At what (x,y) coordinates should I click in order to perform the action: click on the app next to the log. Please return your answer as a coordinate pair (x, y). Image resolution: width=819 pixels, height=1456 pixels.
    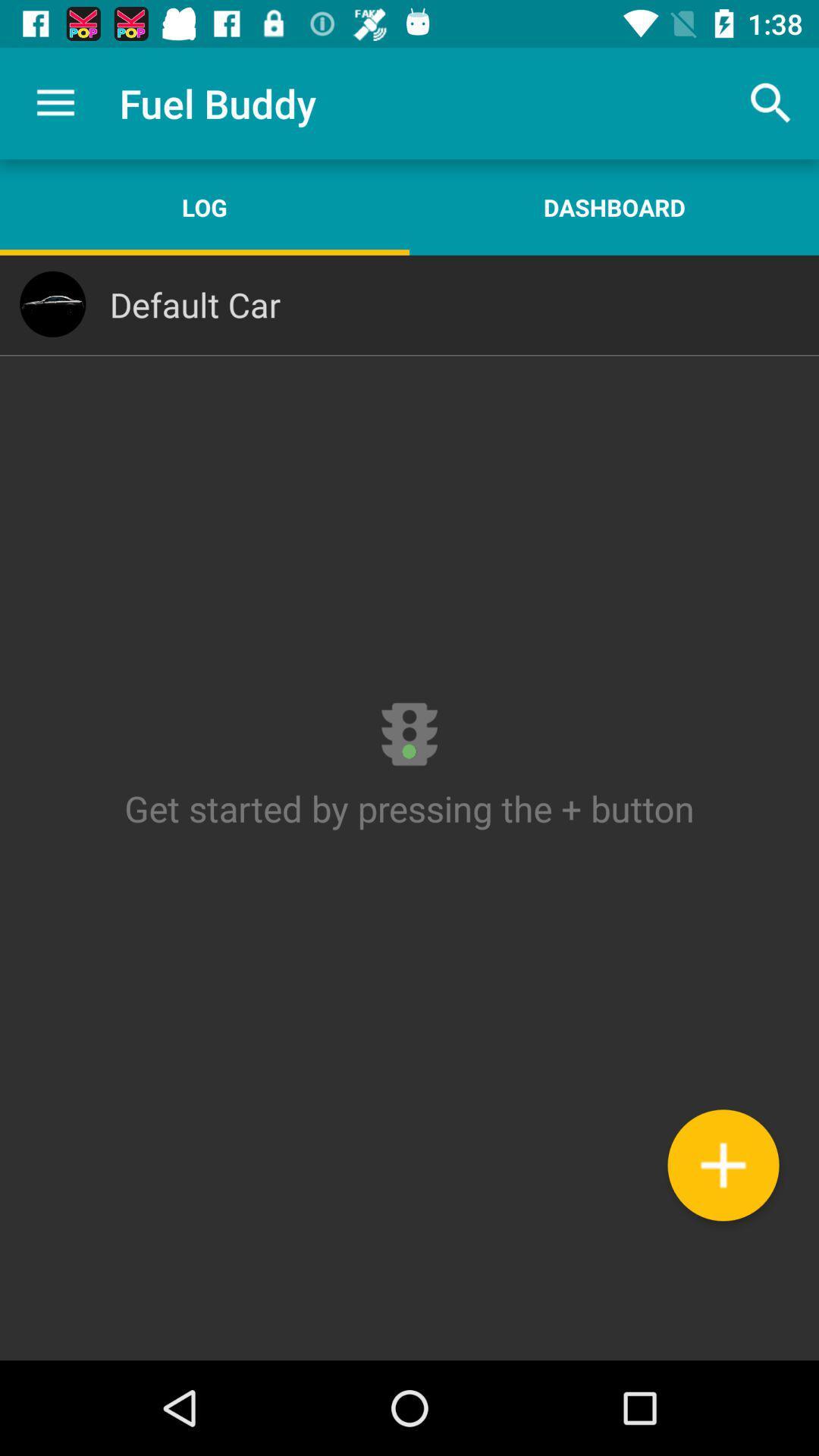
    Looking at the image, I should click on (614, 206).